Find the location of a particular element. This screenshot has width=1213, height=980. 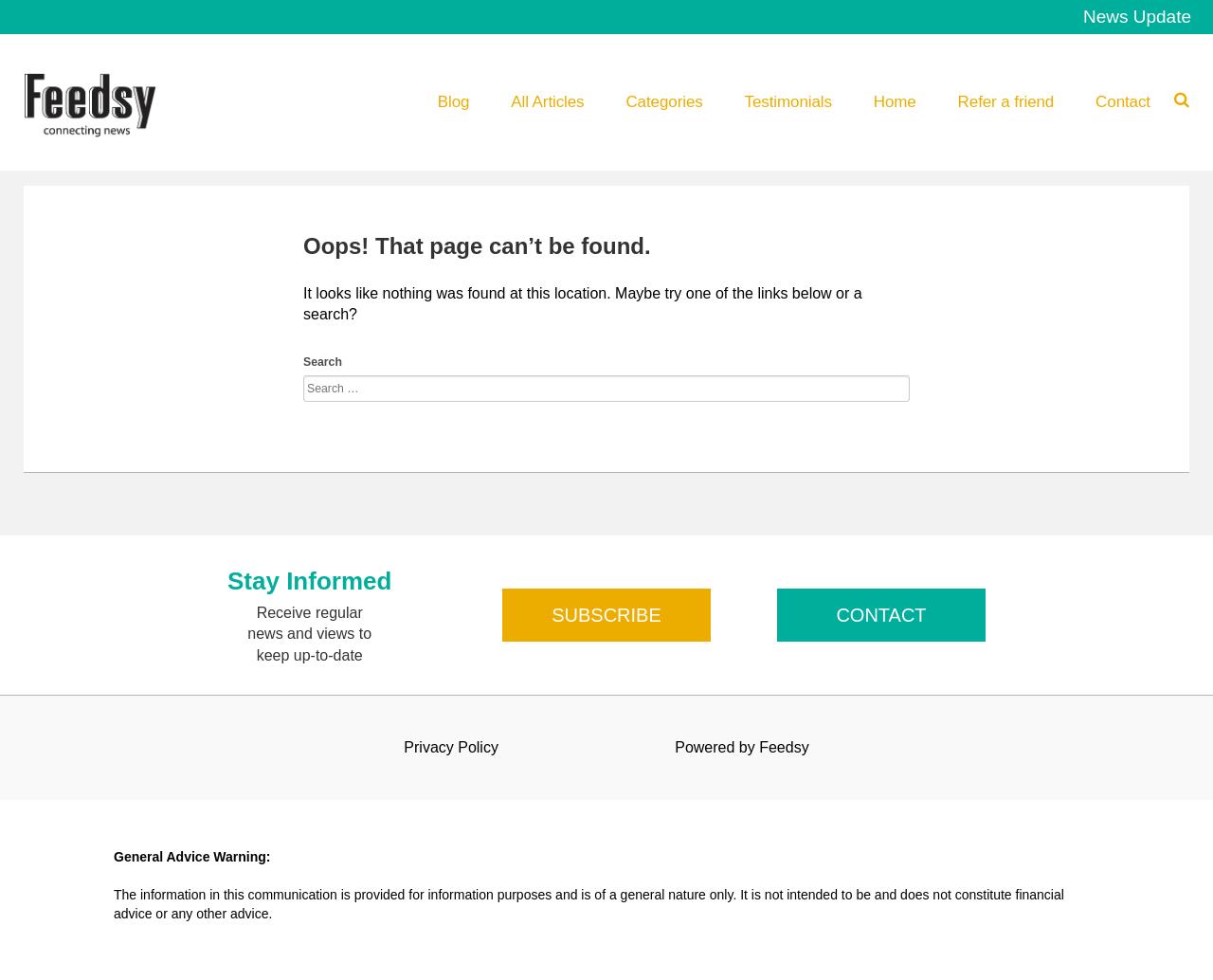

'Stay Informed' is located at coordinates (227, 580).